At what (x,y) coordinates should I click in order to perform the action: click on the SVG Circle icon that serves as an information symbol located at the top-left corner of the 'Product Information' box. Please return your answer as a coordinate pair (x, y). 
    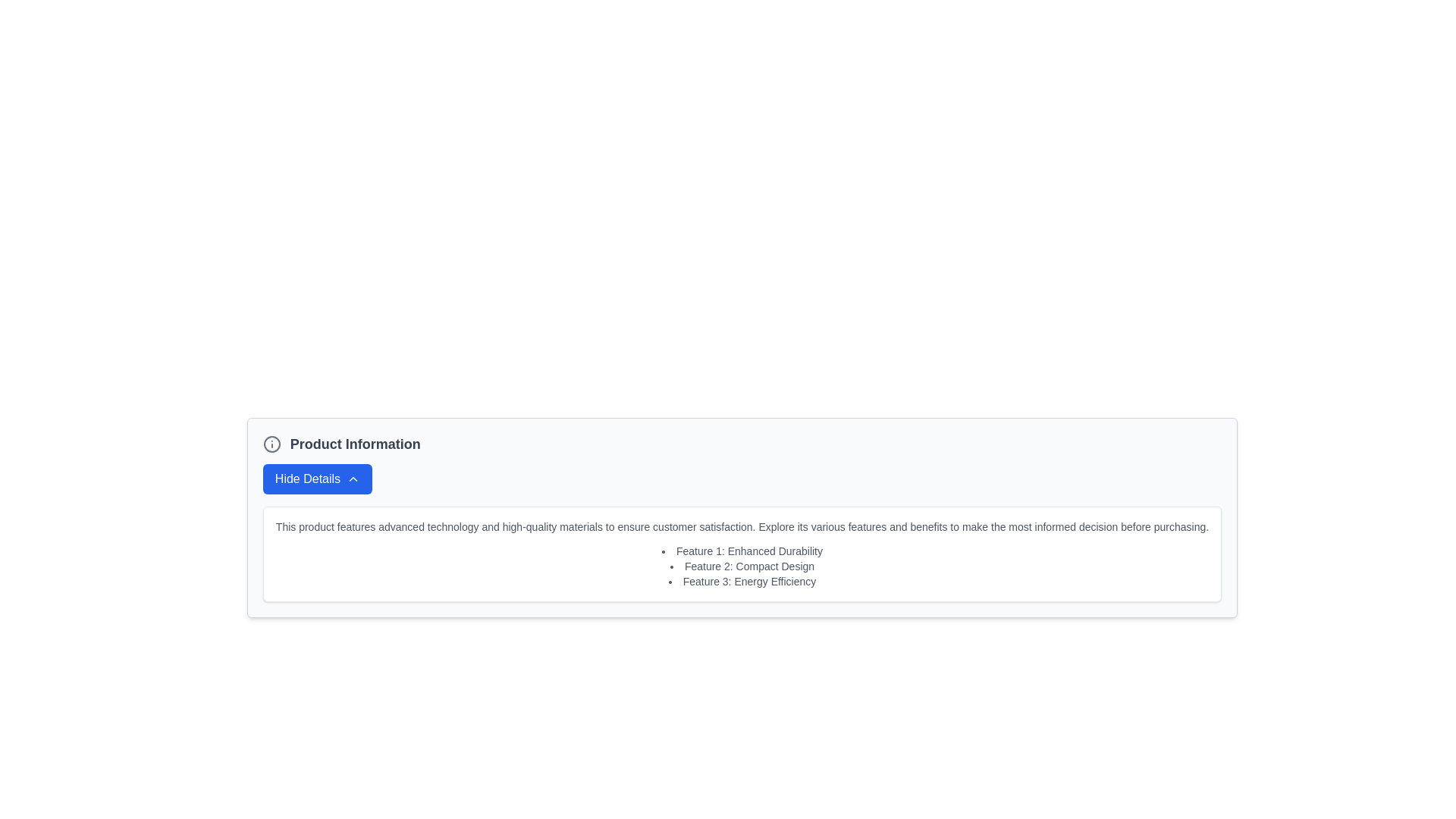
    Looking at the image, I should click on (271, 444).